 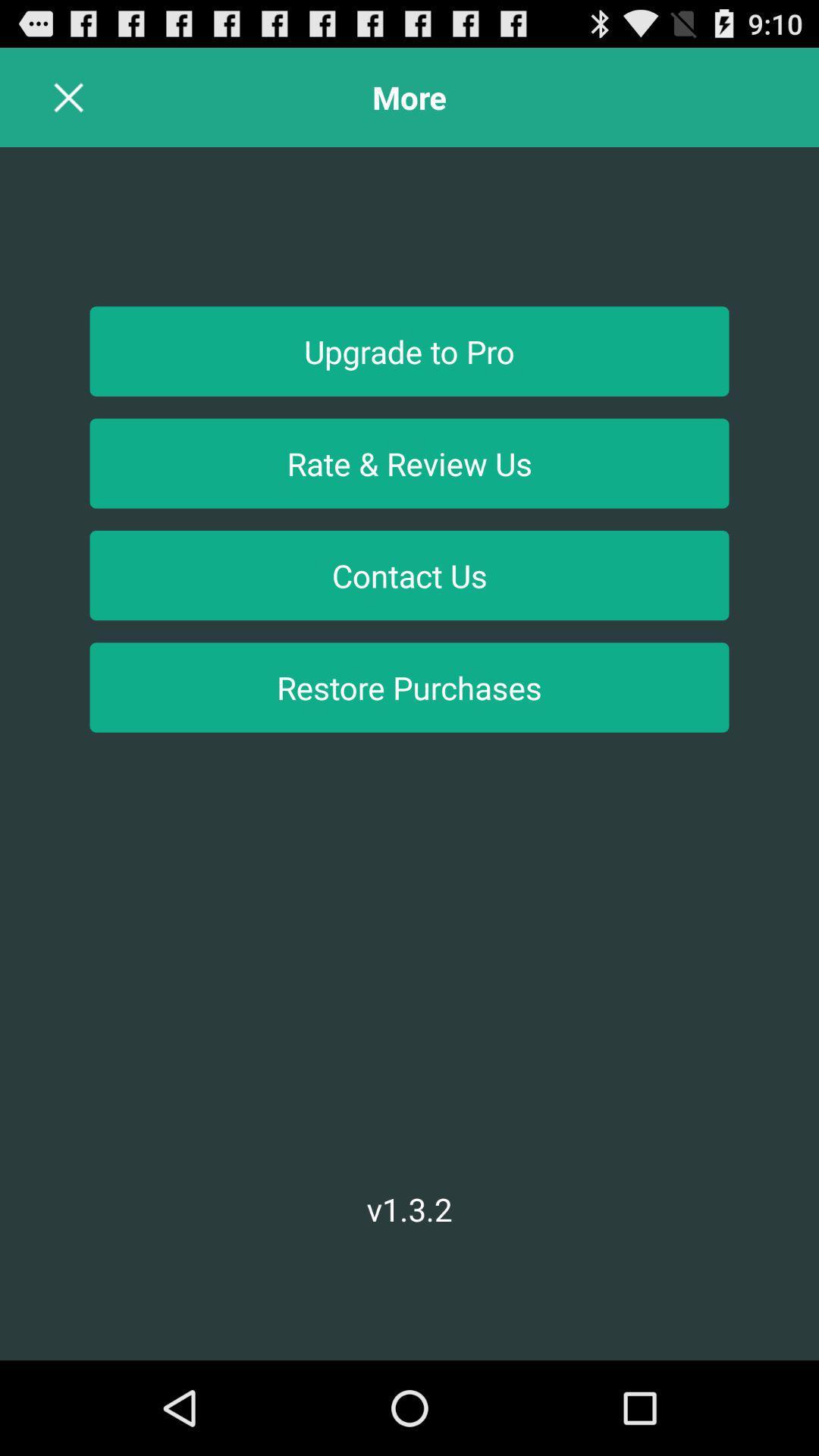 I want to click on the icon above upgrade to pro item, so click(x=69, y=96).